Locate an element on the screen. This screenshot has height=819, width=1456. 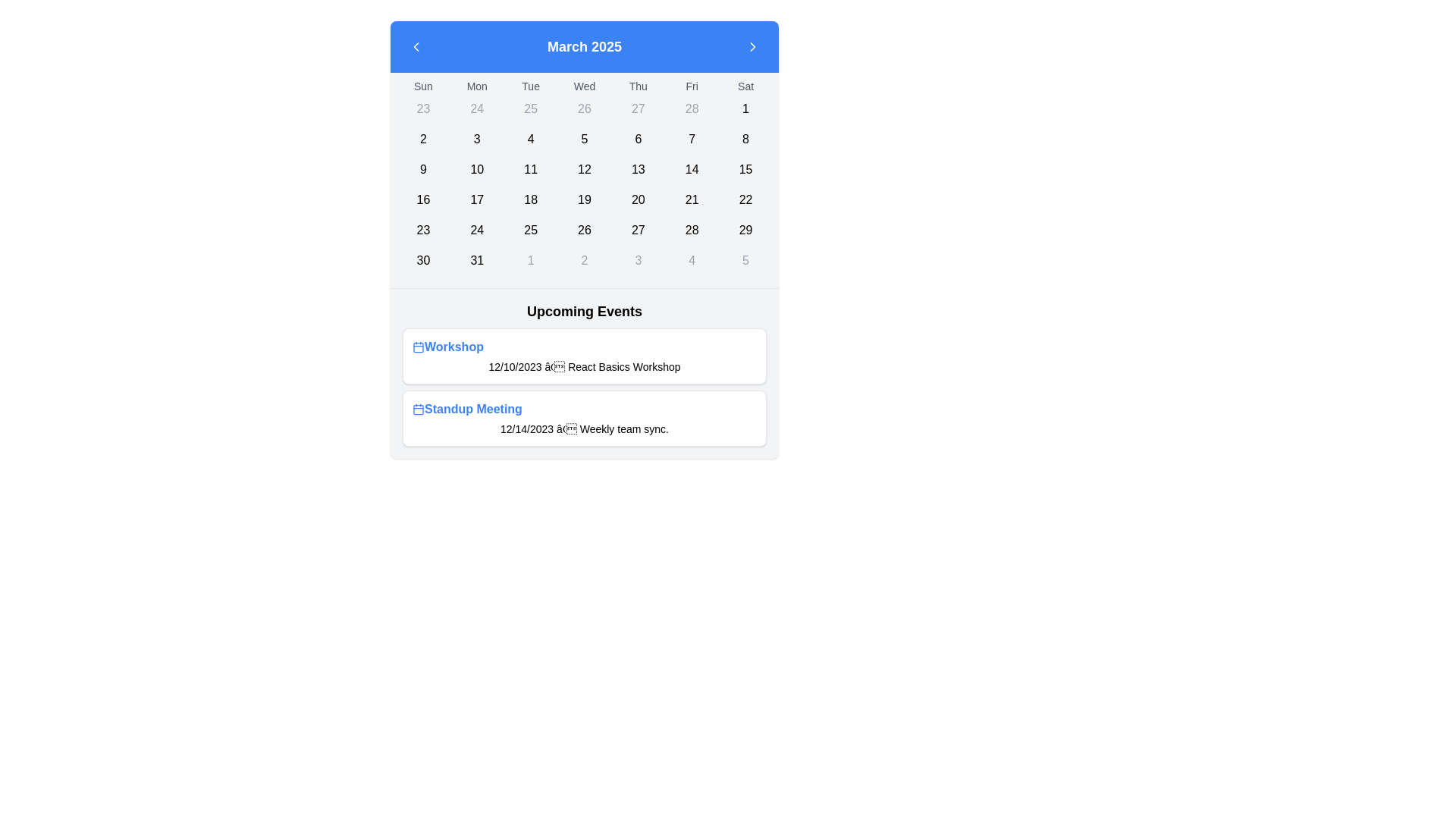
the calendar day button representing Saturday is located at coordinates (745, 259).